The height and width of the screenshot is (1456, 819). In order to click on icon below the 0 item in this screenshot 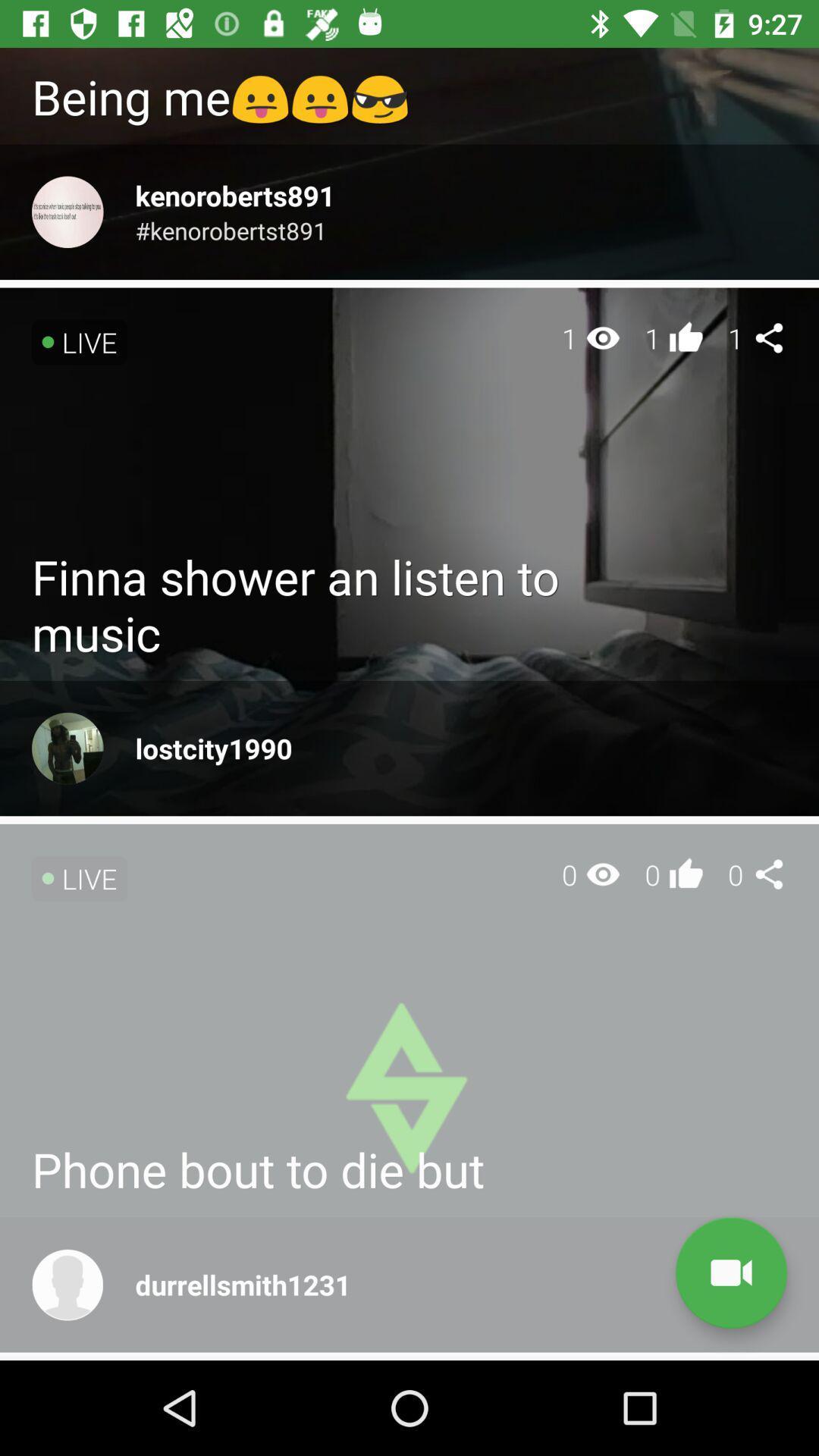, I will do `click(730, 1272)`.